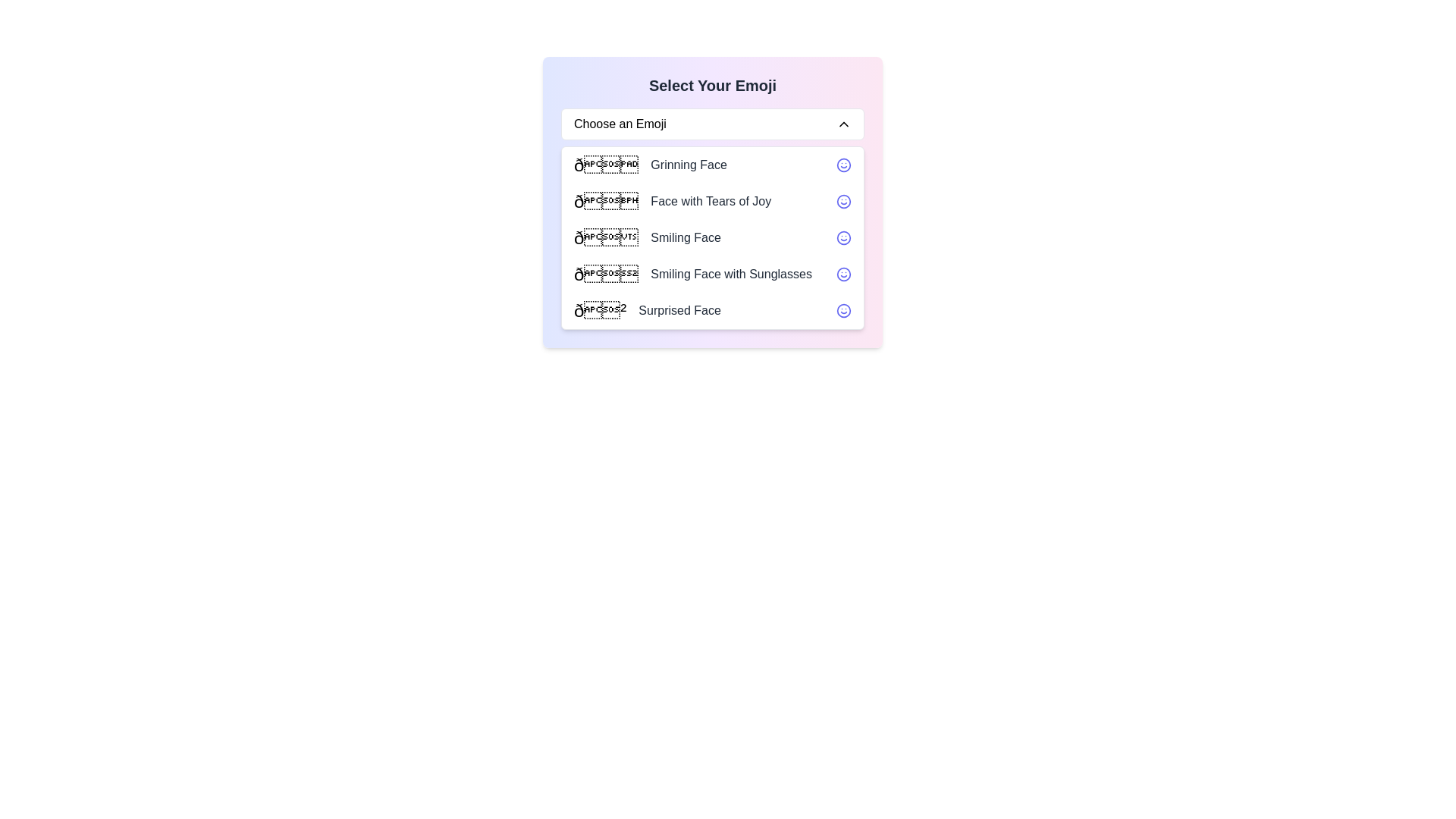 This screenshot has width=1456, height=819. What do you see at coordinates (843, 275) in the screenshot?
I see `the SVG Circle that represents the center of the 'smiling face with sunglasses' emoji in the dropdown menu` at bounding box center [843, 275].